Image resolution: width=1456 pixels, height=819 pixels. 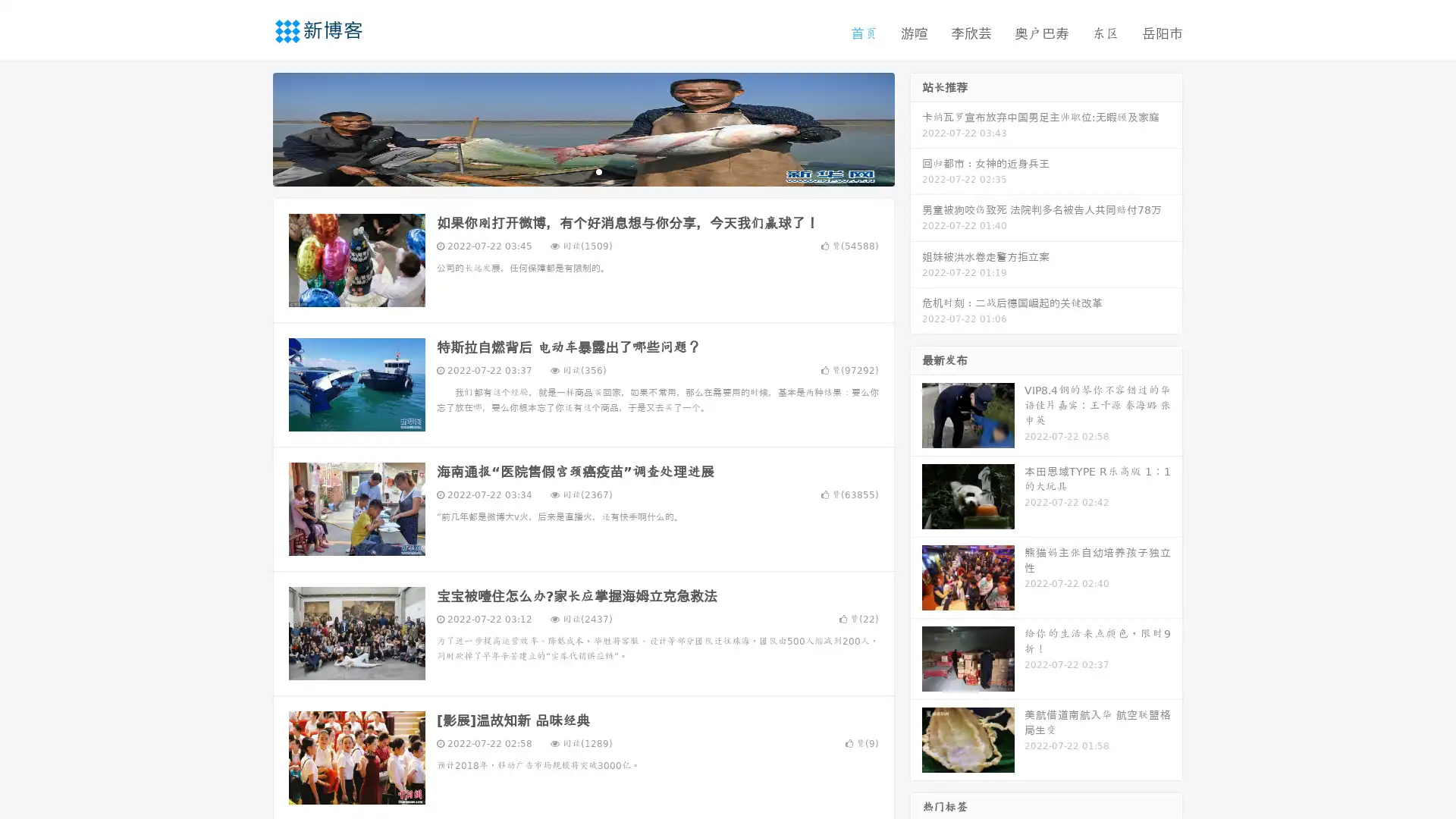 What do you see at coordinates (567, 171) in the screenshot?
I see `Go to slide 1` at bounding box center [567, 171].